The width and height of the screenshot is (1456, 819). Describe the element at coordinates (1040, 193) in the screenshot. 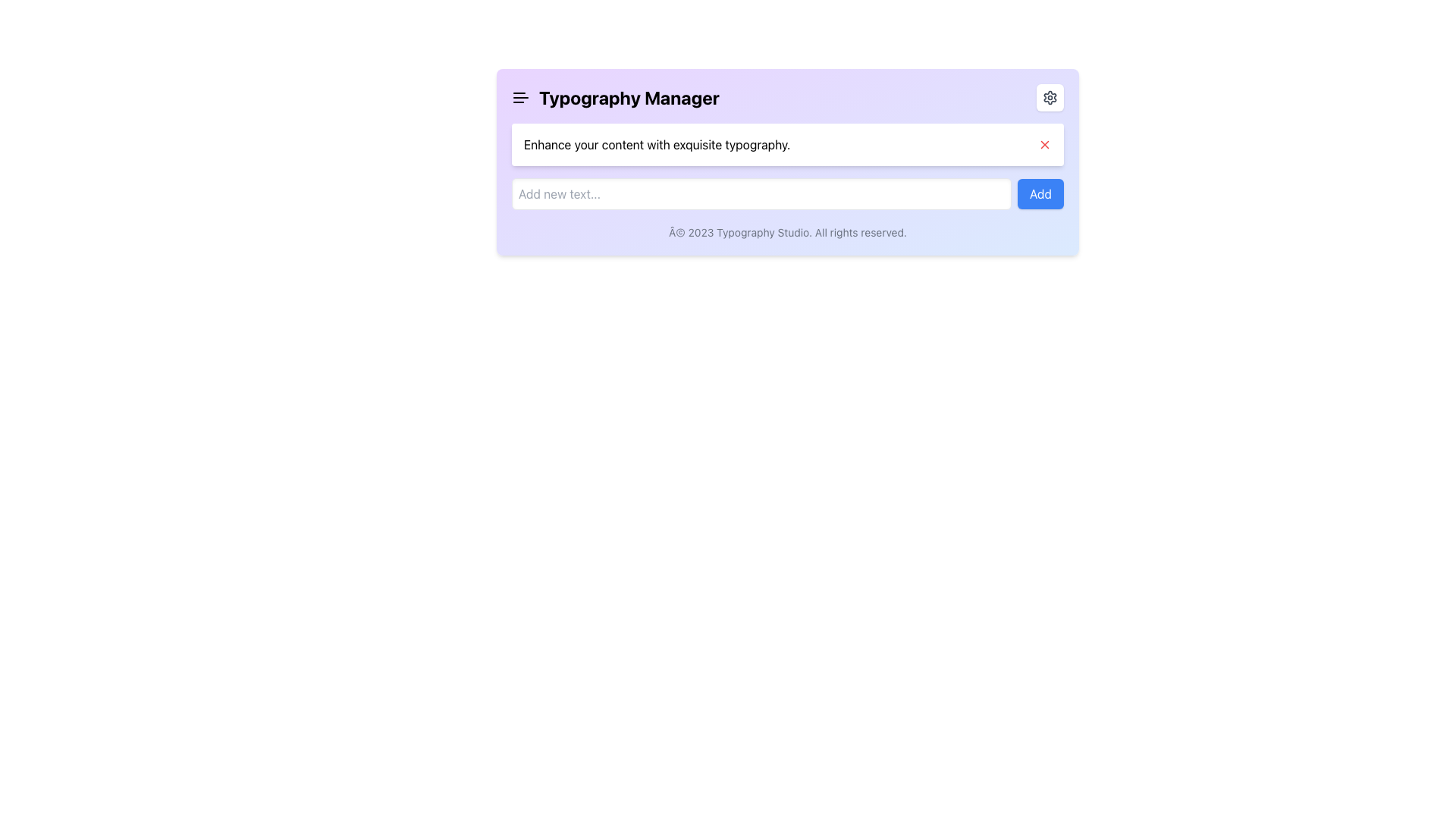

I see `the 'Add' button, which is a rectangular button with a blue background and white text, located on the far right of the layout` at that location.